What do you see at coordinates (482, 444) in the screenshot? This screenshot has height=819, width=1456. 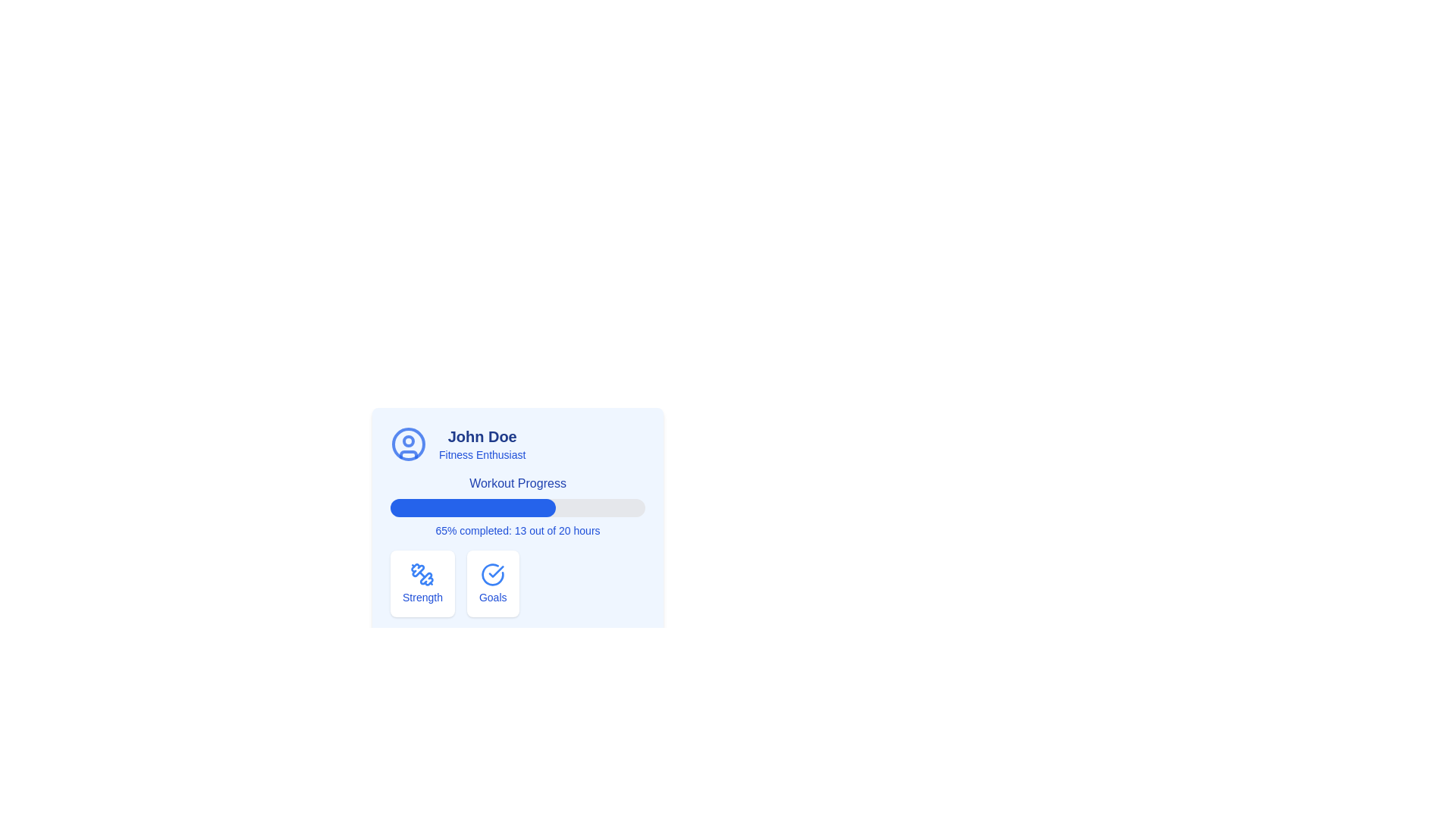 I see `the Text label displaying the username and descriptive title, located to the right of the circular user icon and above the 'Workout Progress' section in the card layout` at bounding box center [482, 444].